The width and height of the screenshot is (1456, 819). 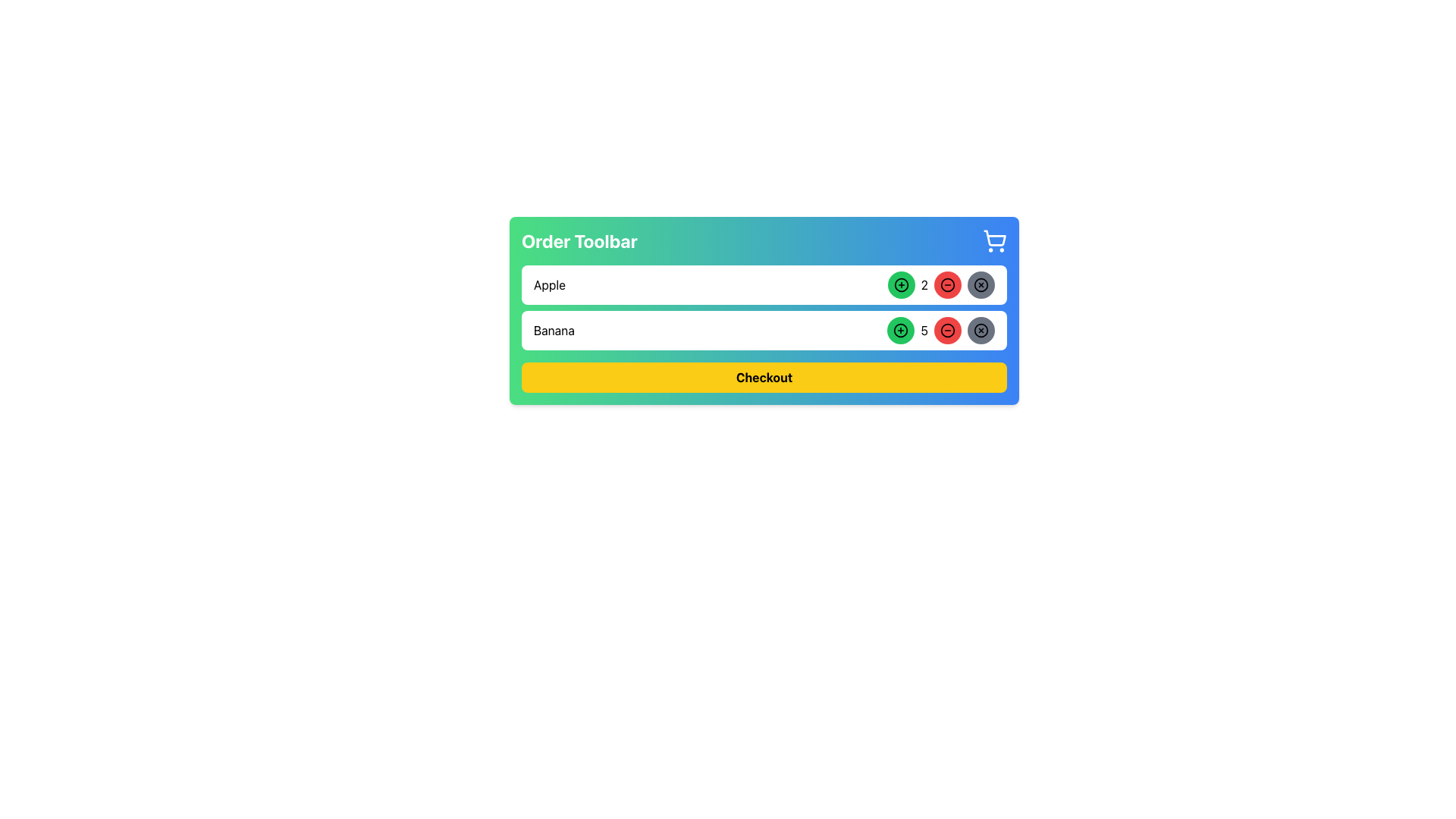 What do you see at coordinates (946, 329) in the screenshot?
I see `the decrement button located in the 'Banana' row, which is the second control button from the left` at bounding box center [946, 329].